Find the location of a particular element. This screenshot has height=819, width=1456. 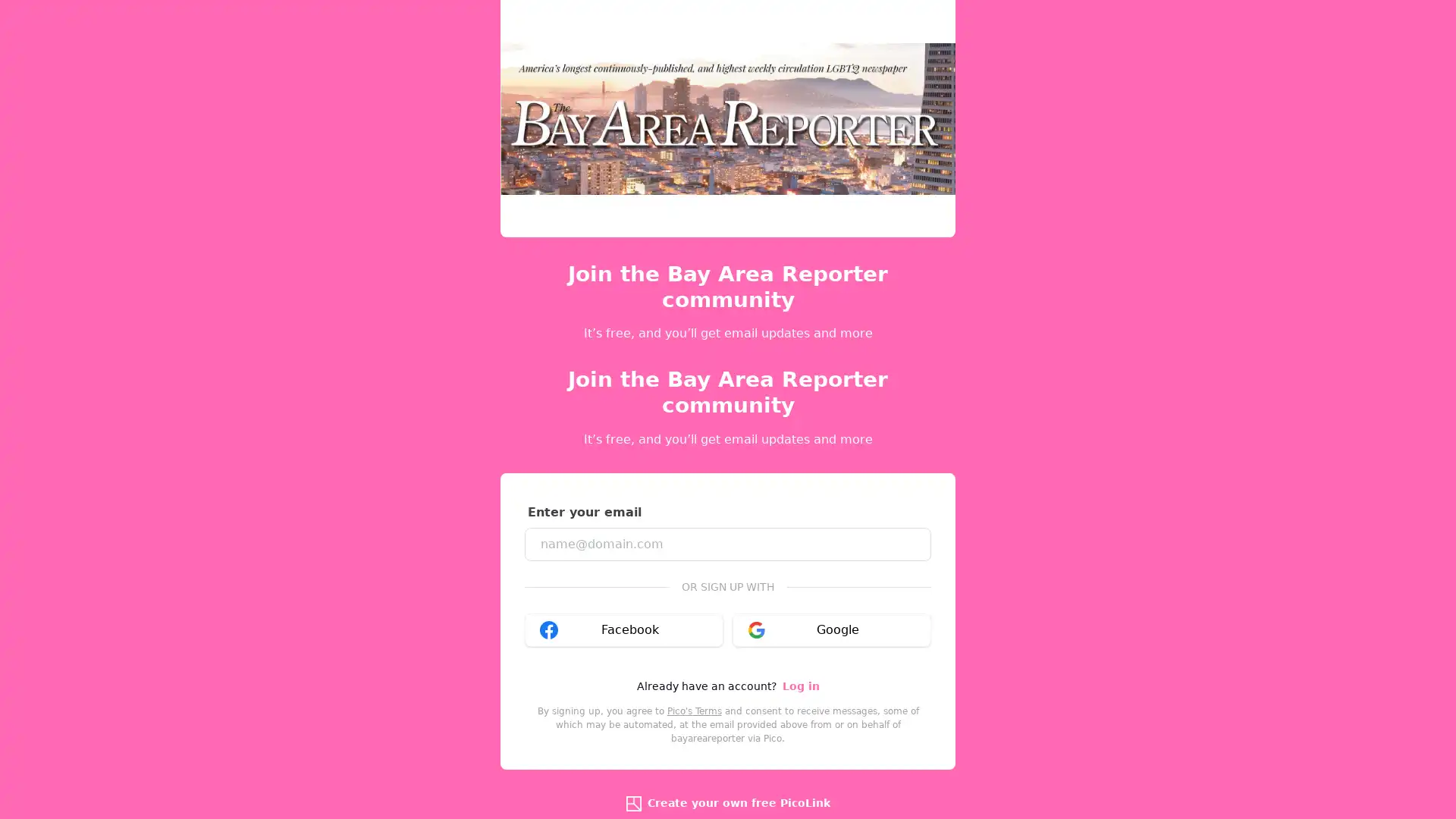

Log in is located at coordinates (799, 685).